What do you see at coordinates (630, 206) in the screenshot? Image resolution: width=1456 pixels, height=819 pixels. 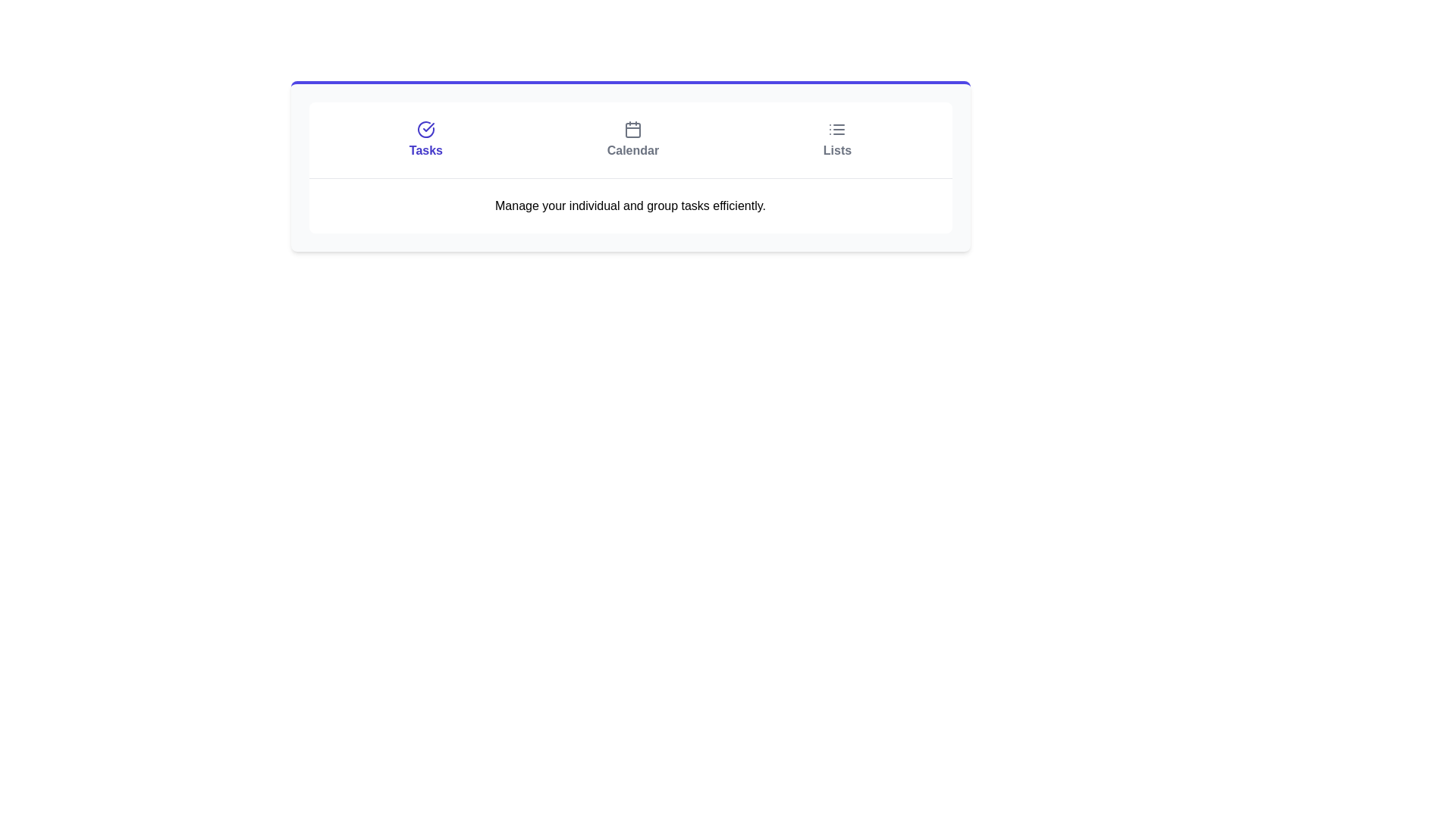 I see `the Text label that provides a descriptive statement about the functionality of the application section, located centrally below the 'Tasks', 'Calendar', and 'Lists' sections` at bounding box center [630, 206].